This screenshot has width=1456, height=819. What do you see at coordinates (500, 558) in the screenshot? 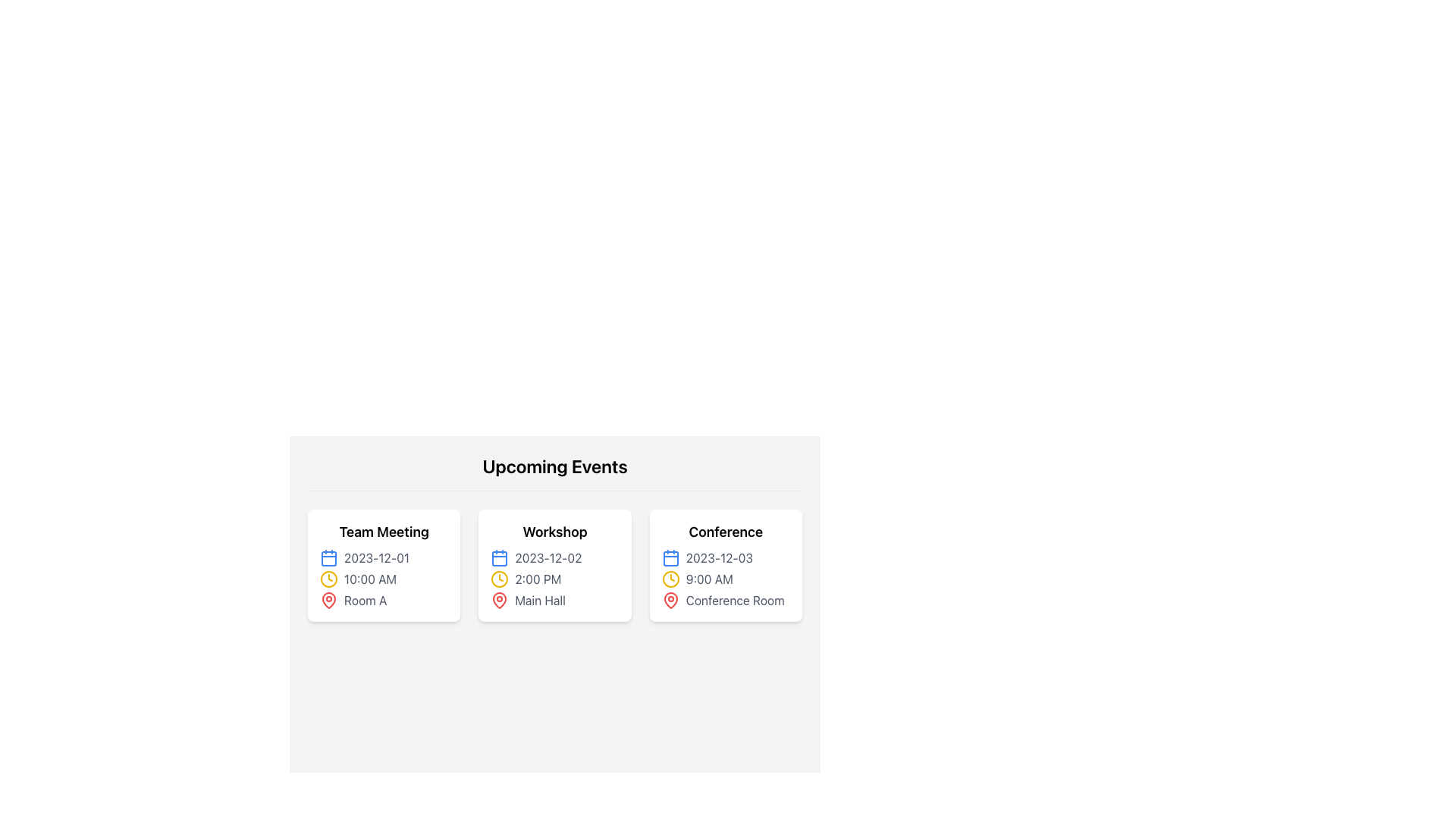
I see `the calendar icon with a blue outline located to the left of the date '2023-12-02' in the 'Workshop' grid layout` at bounding box center [500, 558].